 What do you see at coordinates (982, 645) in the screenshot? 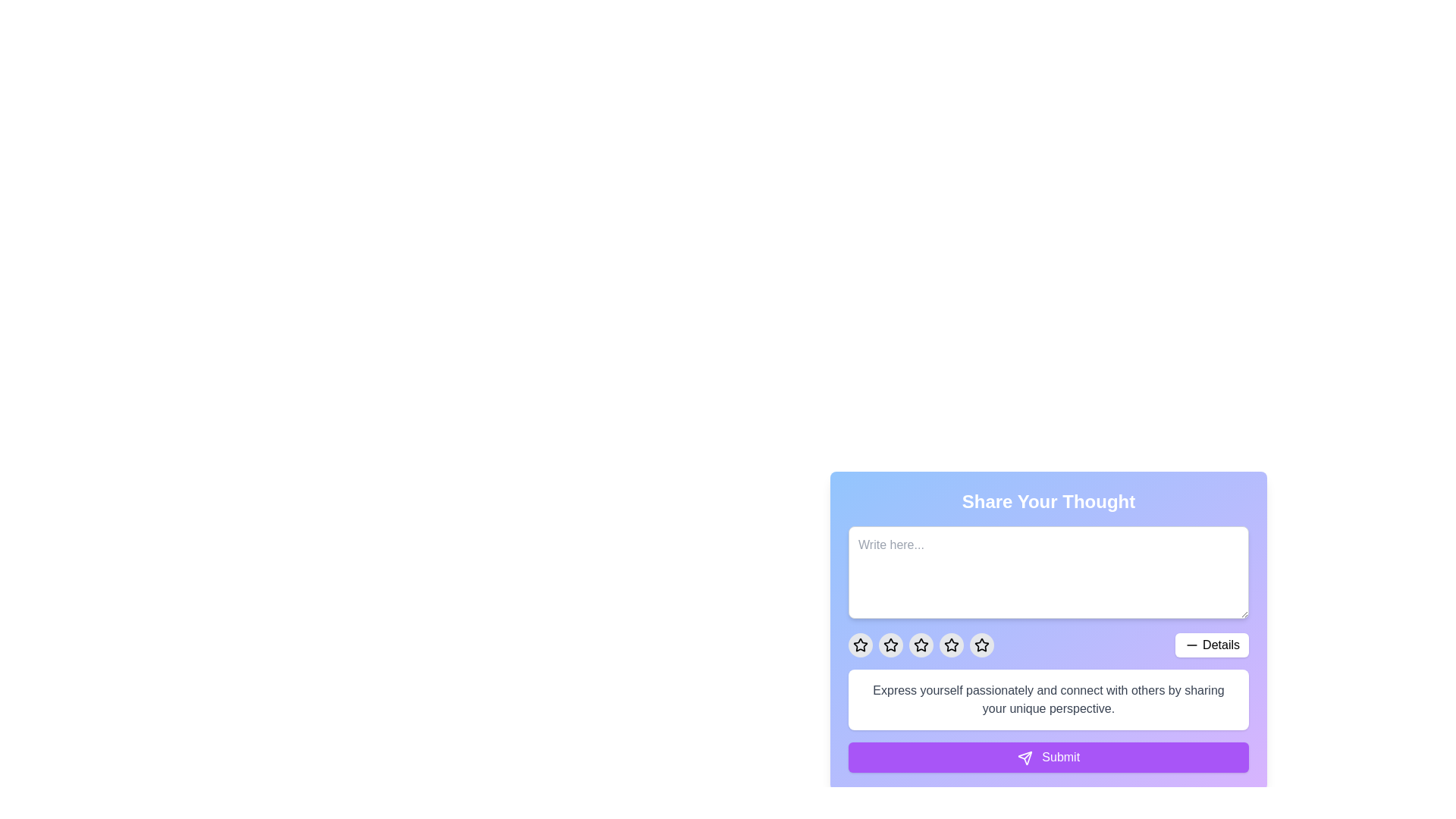
I see `another element` at bounding box center [982, 645].